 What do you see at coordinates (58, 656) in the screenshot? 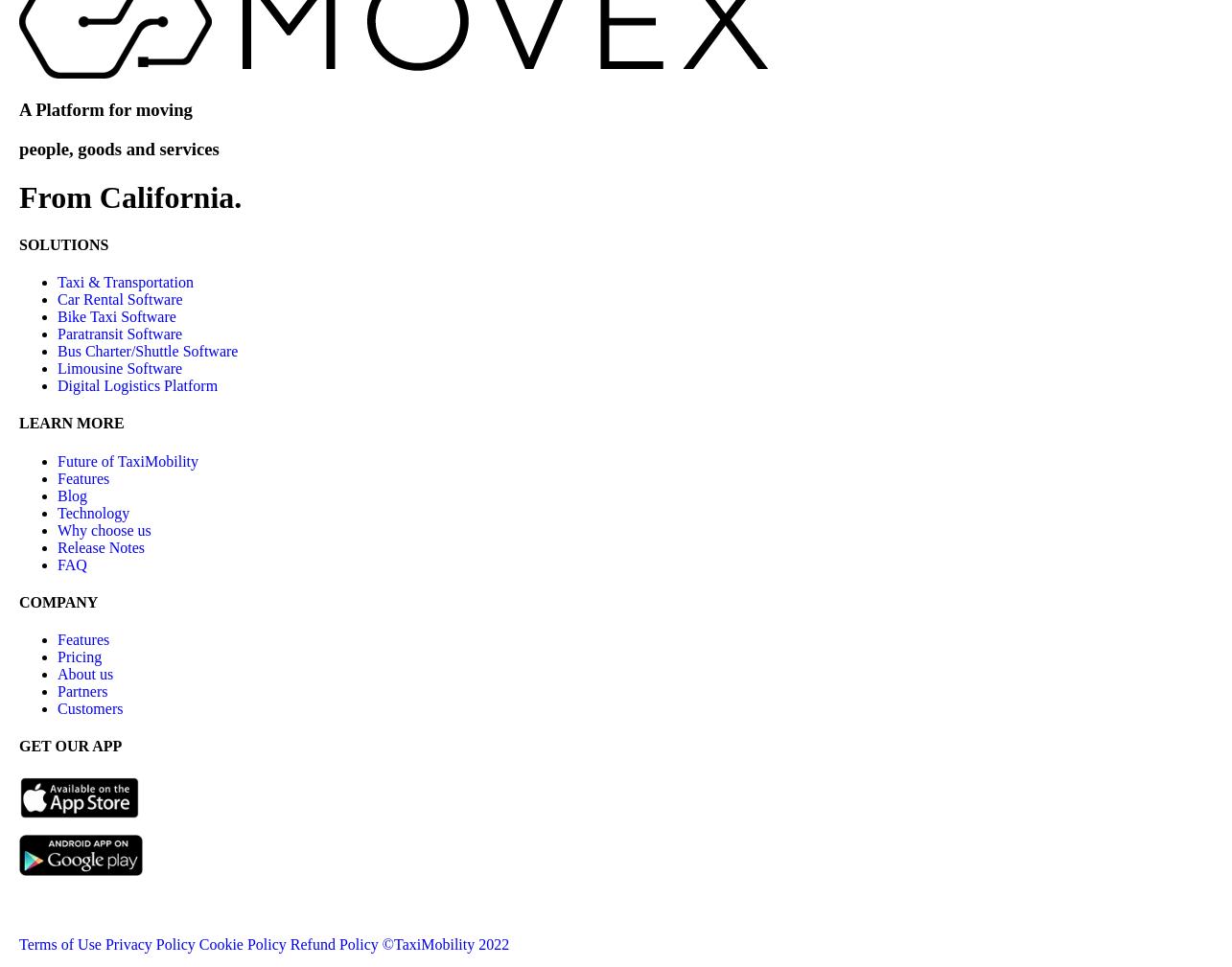
I see `'Pricing'` at bounding box center [58, 656].